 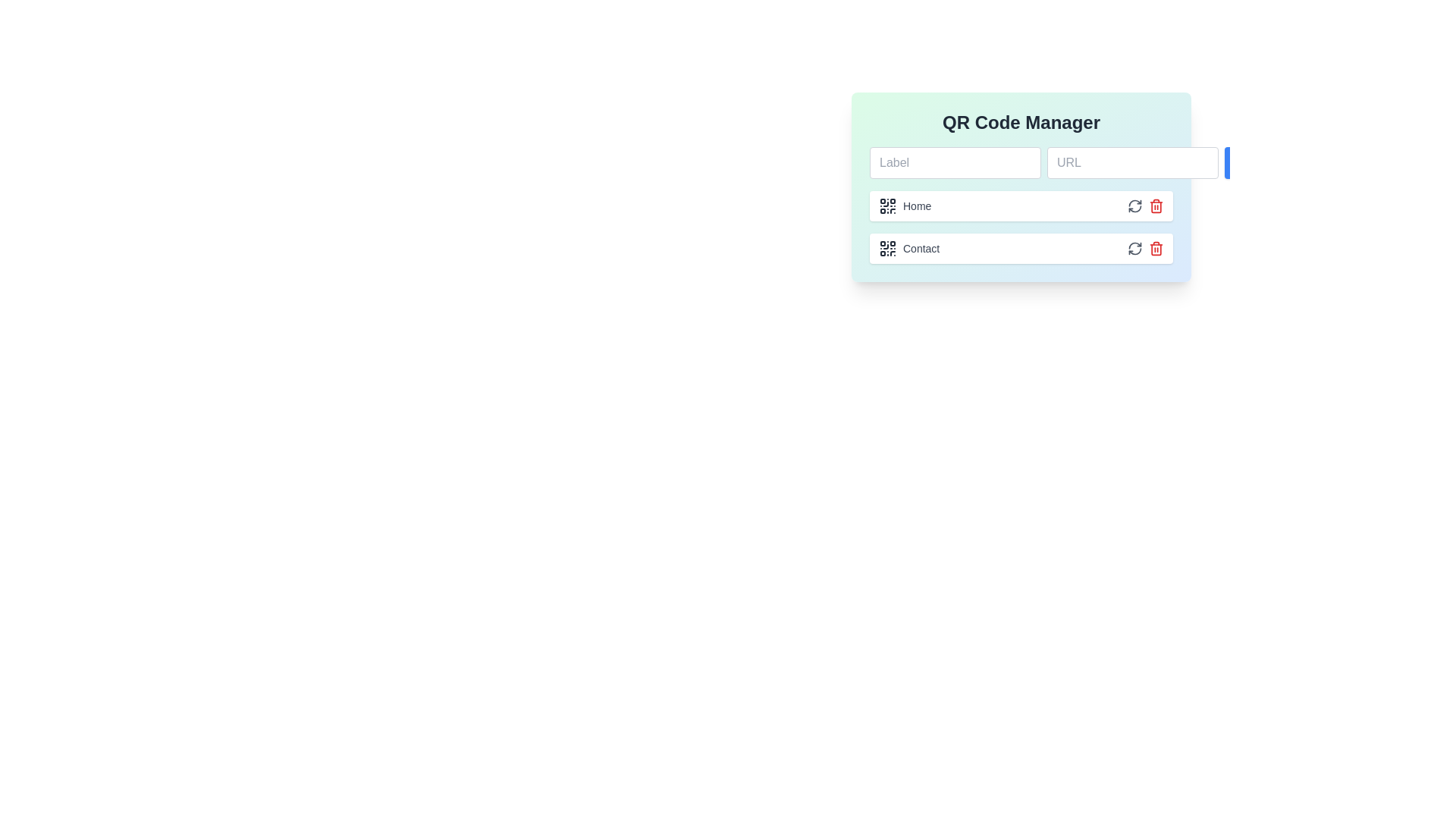 I want to click on text from the second labeled row Text Label in the 'QR Code Manager' section, which is positioned to the right of a QR code icon and above an action button, so click(x=921, y=247).